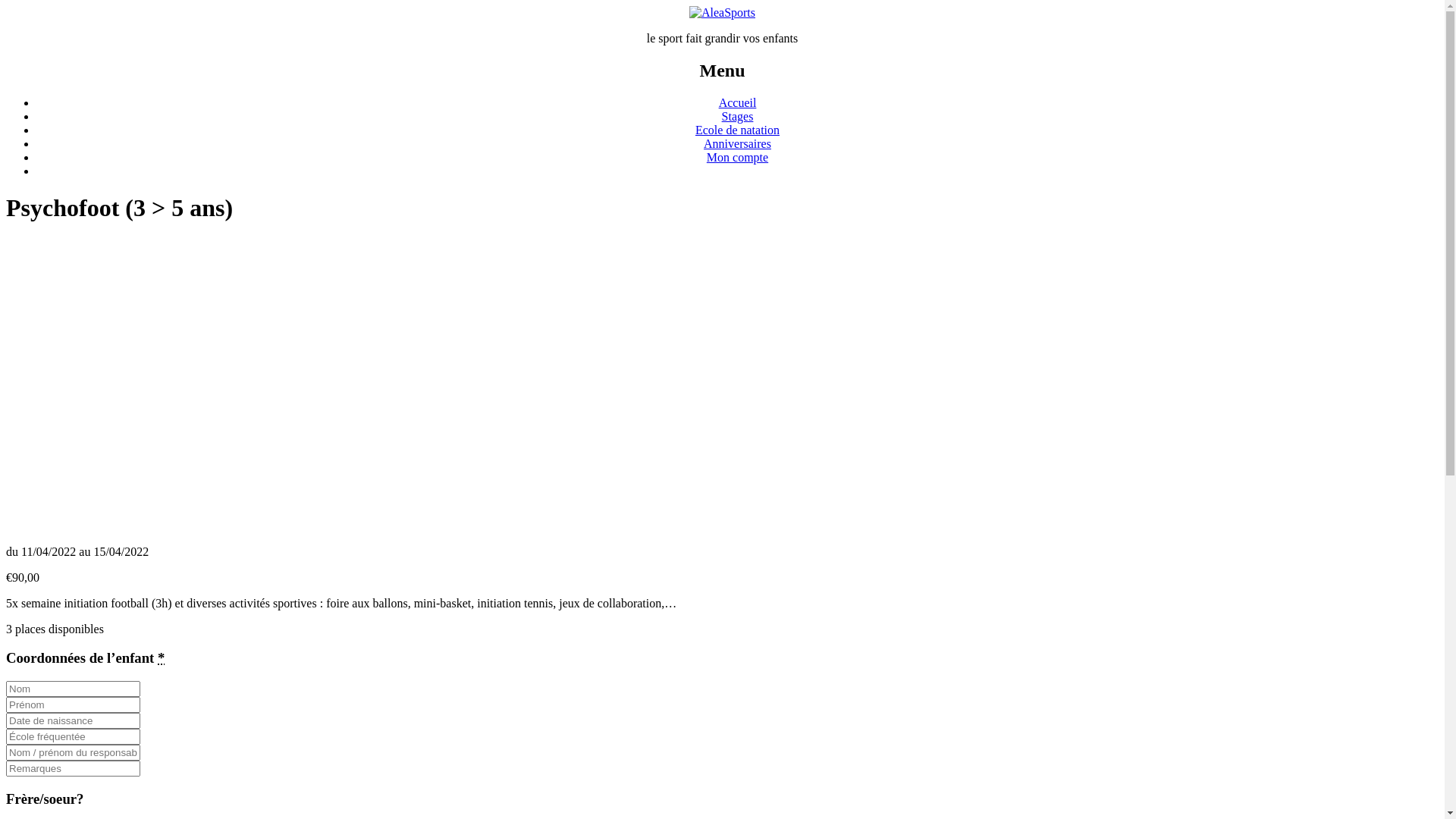 The image size is (1456, 819). What do you see at coordinates (694, 129) in the screenshot?
I see `'Ecole de natation'` at bounding box center [694, 129].